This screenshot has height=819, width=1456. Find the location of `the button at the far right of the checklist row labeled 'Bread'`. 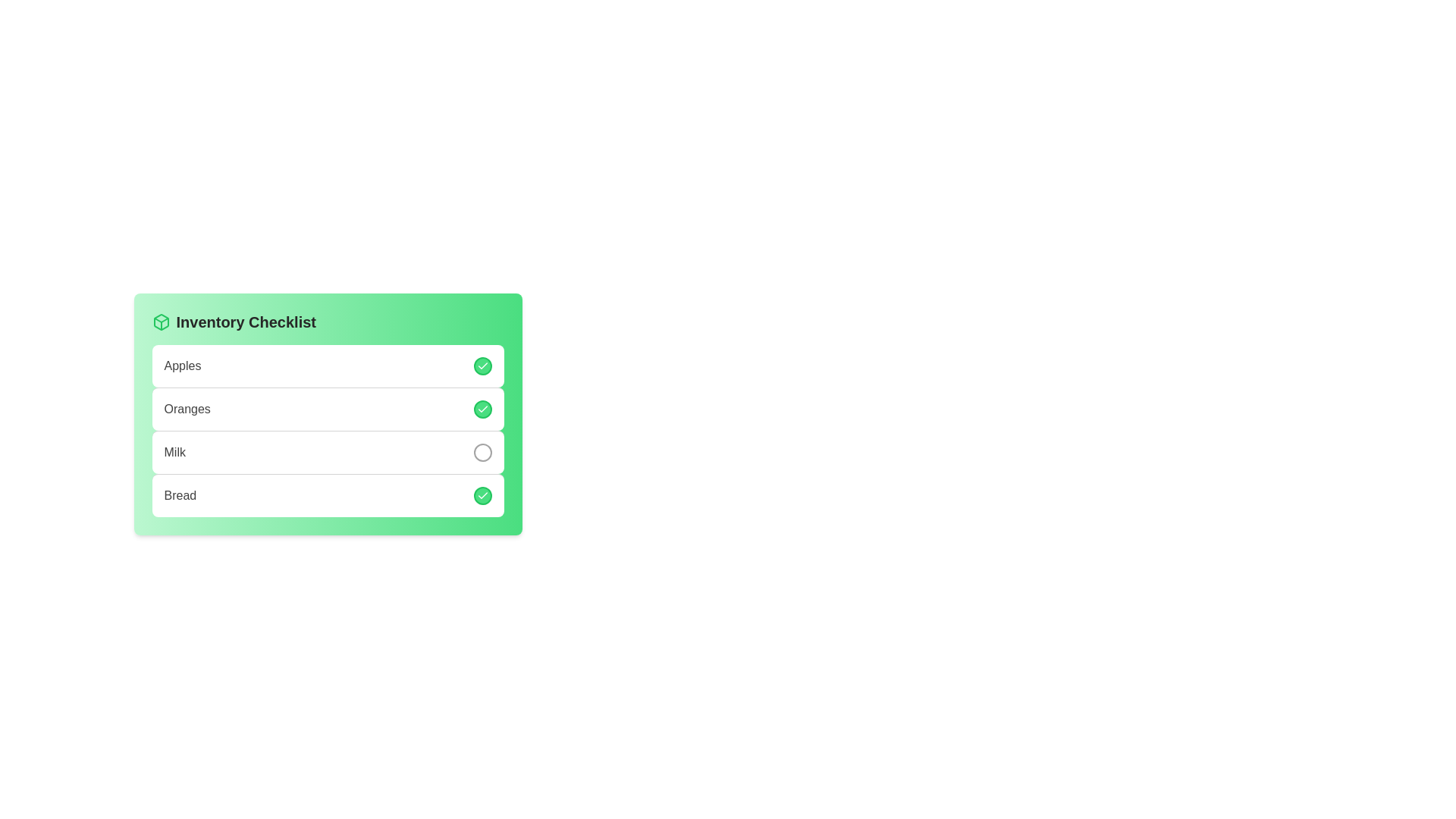

the button at the far right of the checklist row labeled 'Bread' is located at coordinates (482, 496).